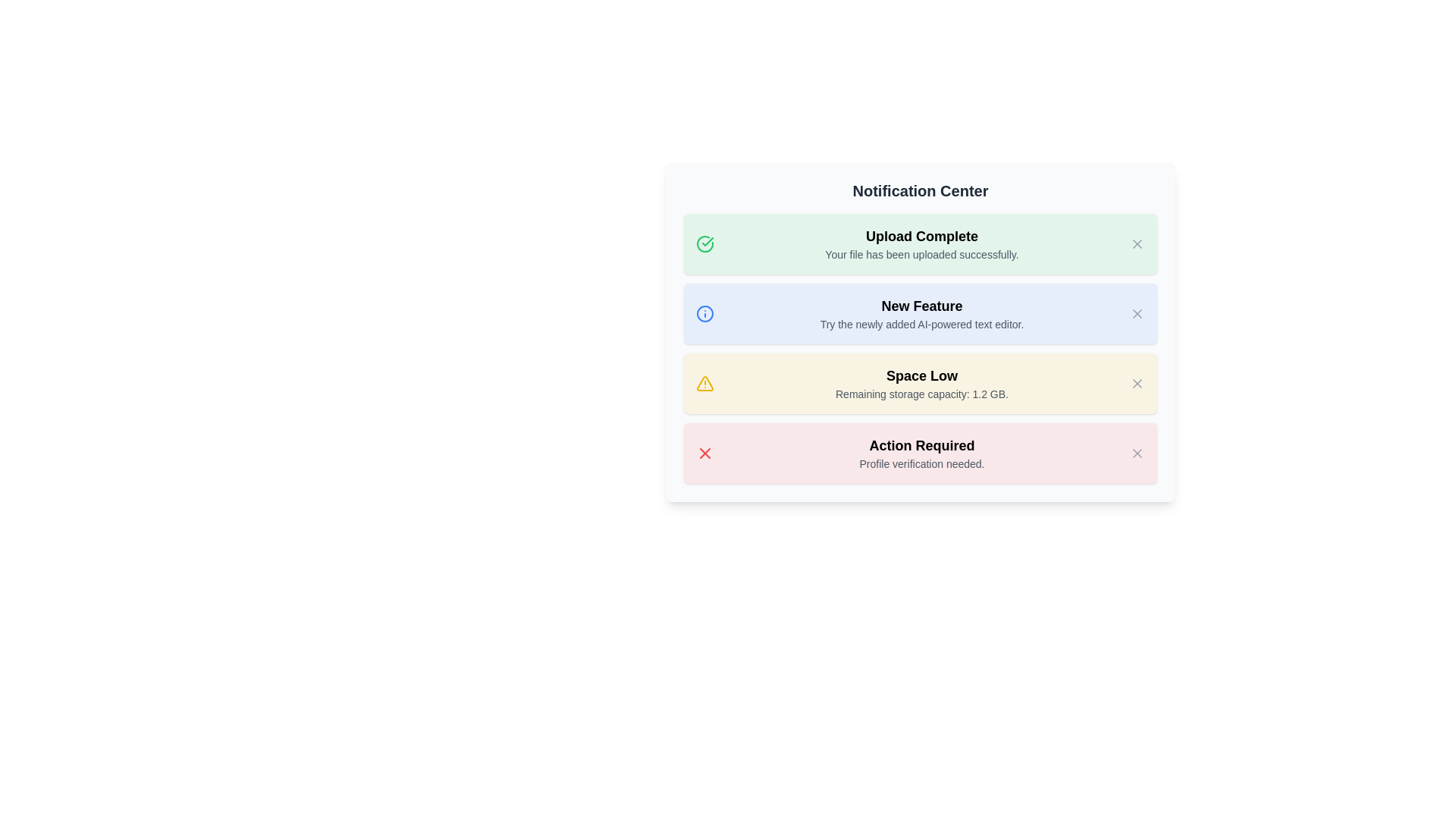 Image resolution: width=1456 pixels, height=819 pixels. Describe the element at coordinates (1137, 243) in the screenshot. I see `the small 'X' icon in the 'Upload Complete' notification card` at that location.